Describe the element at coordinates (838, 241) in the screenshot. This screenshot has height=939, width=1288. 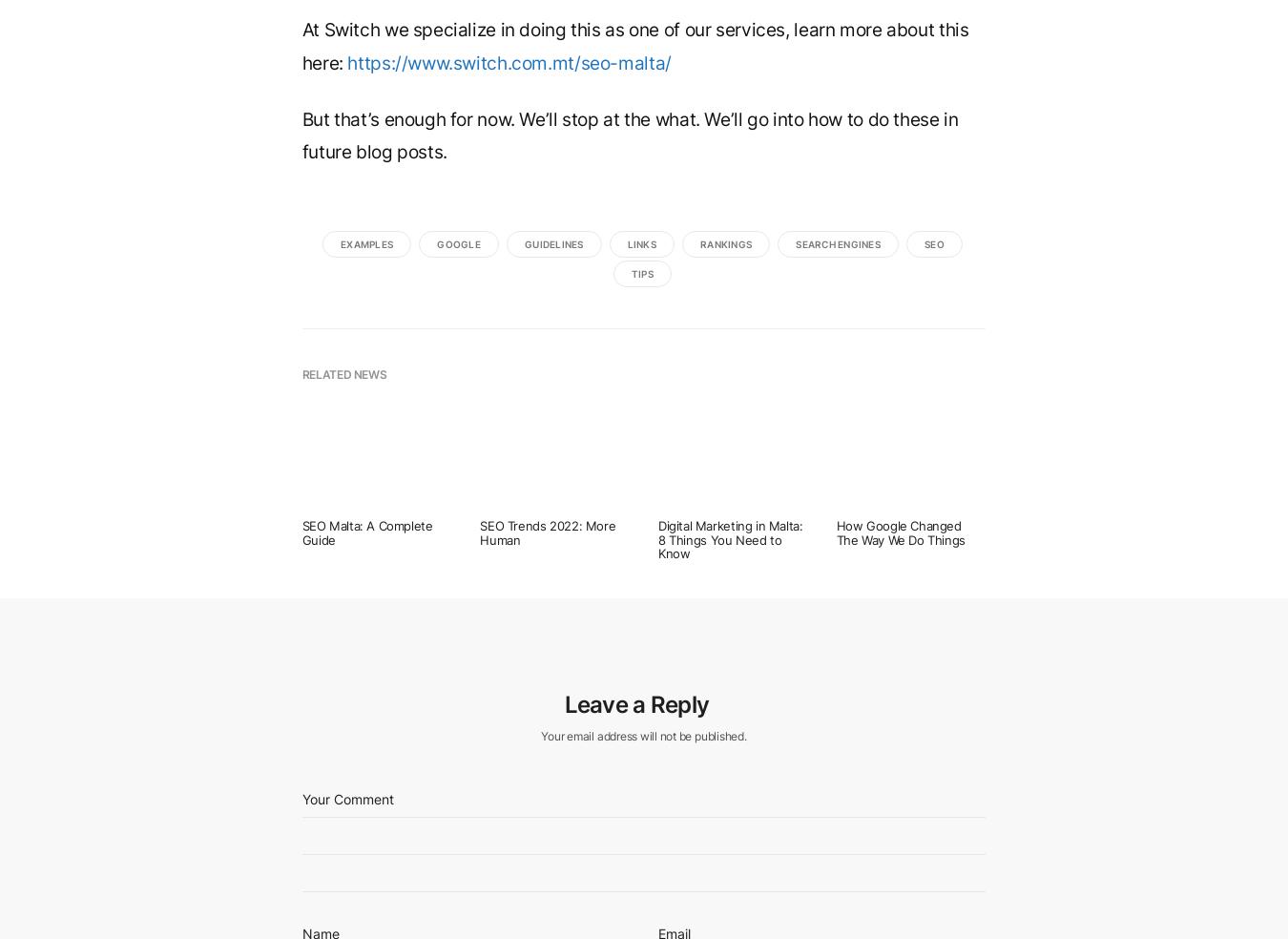
I see `'search engines'` at that location.